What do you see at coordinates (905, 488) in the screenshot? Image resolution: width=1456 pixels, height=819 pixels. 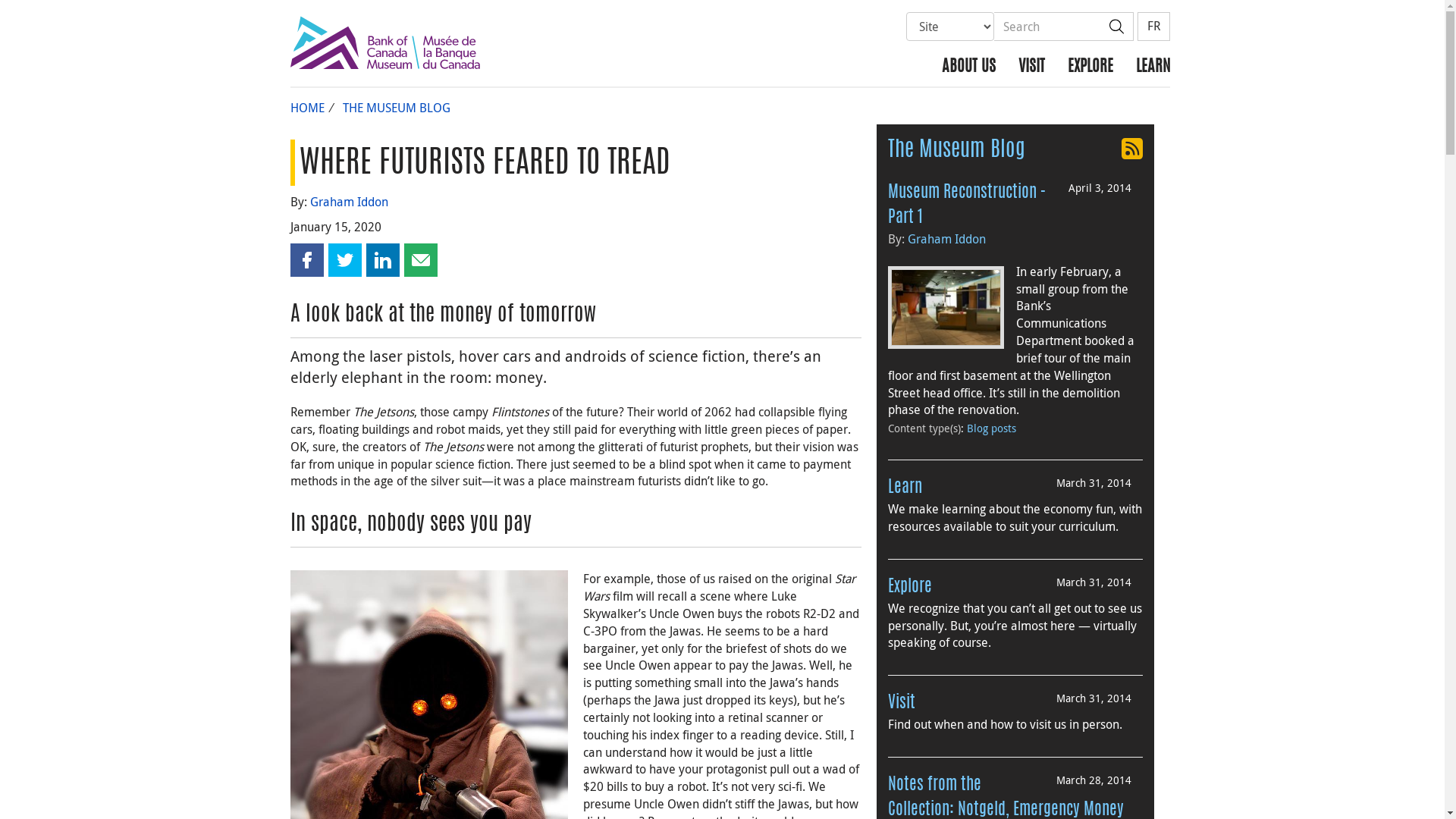 I see `'Learn'` at bounding box center [905, 488].